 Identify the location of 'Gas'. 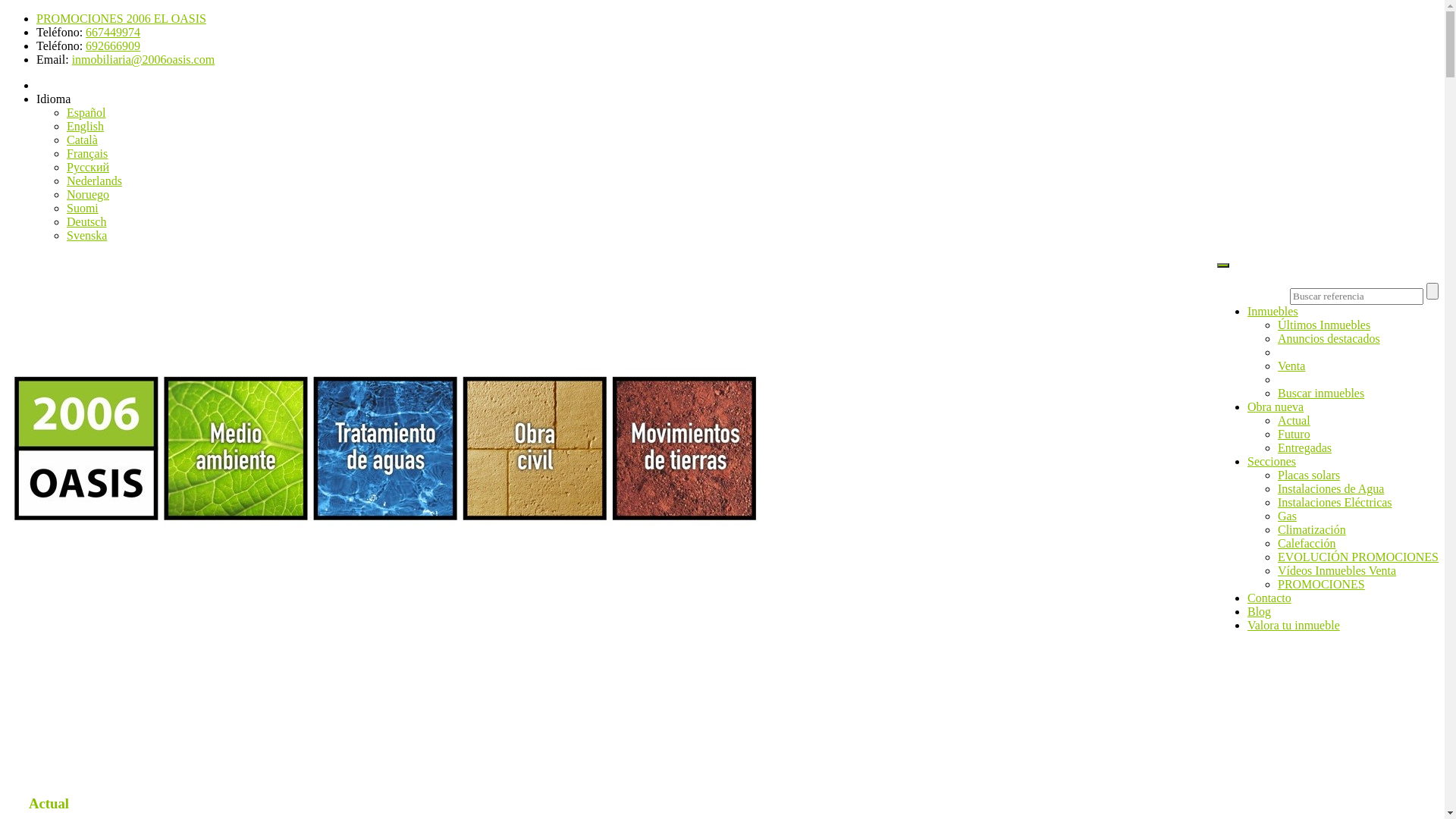
(1286, 515).